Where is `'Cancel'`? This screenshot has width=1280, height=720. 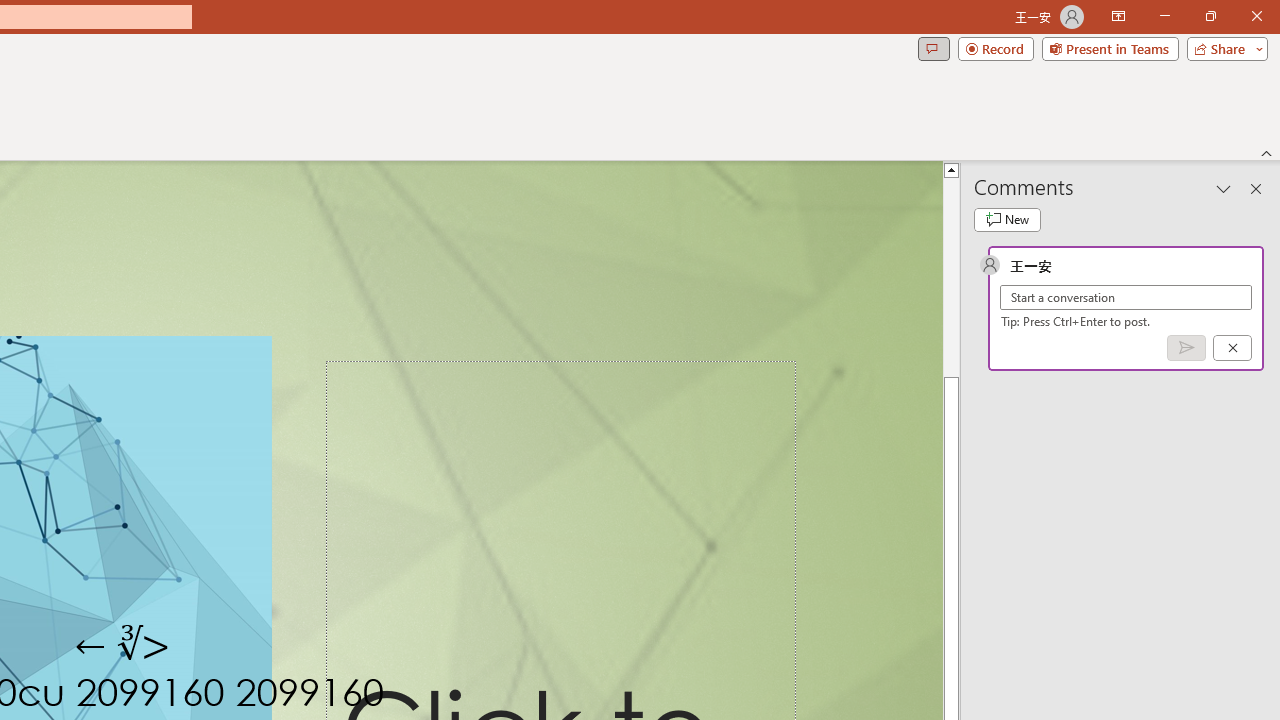 'Cancel' is located at coordinates (1231, 346).